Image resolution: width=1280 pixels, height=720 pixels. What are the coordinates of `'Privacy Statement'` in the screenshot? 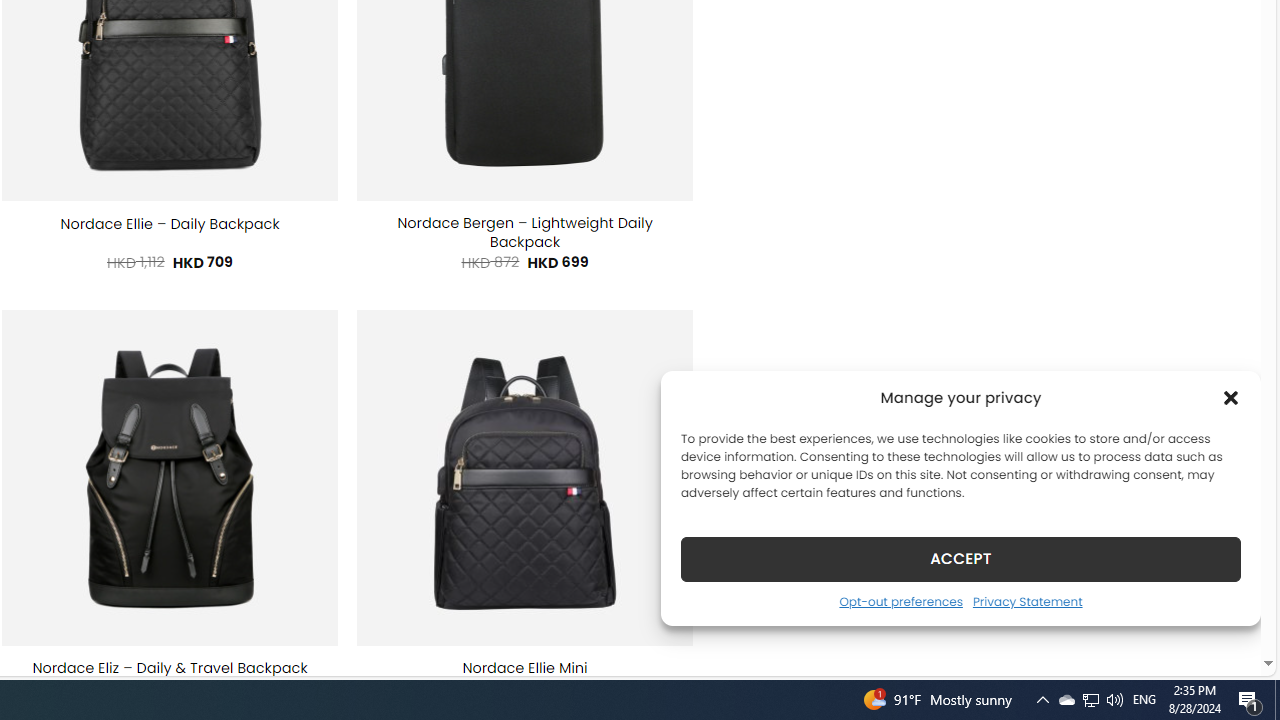 It's located at (1027, 600).